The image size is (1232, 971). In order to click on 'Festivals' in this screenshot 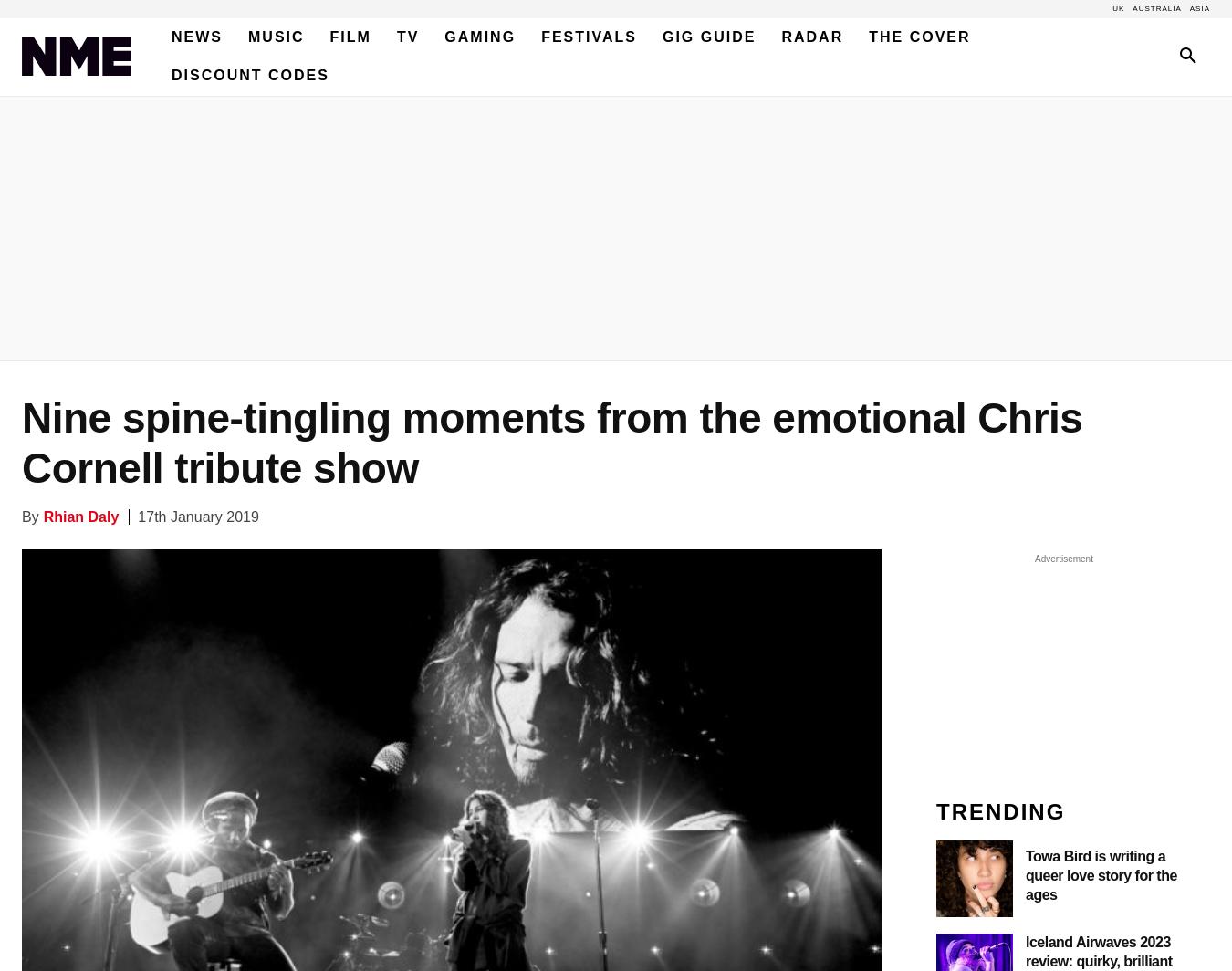, I will do `click(541, 37)`.